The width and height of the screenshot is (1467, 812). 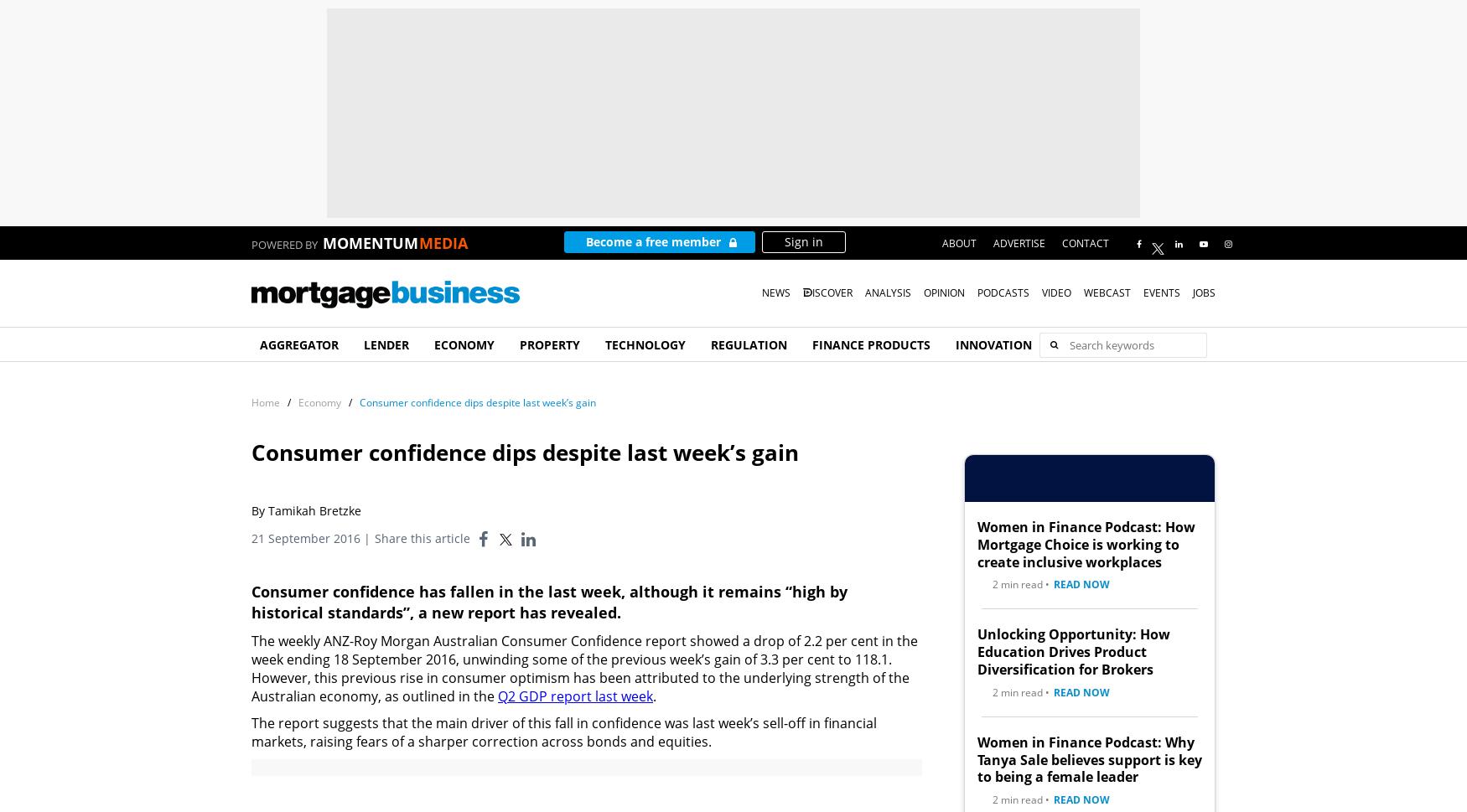 What do you see at coordinates (574, 696) in the screenshot?
I see `'Q2 GDP report last week'` at bounding box center [574, 696].